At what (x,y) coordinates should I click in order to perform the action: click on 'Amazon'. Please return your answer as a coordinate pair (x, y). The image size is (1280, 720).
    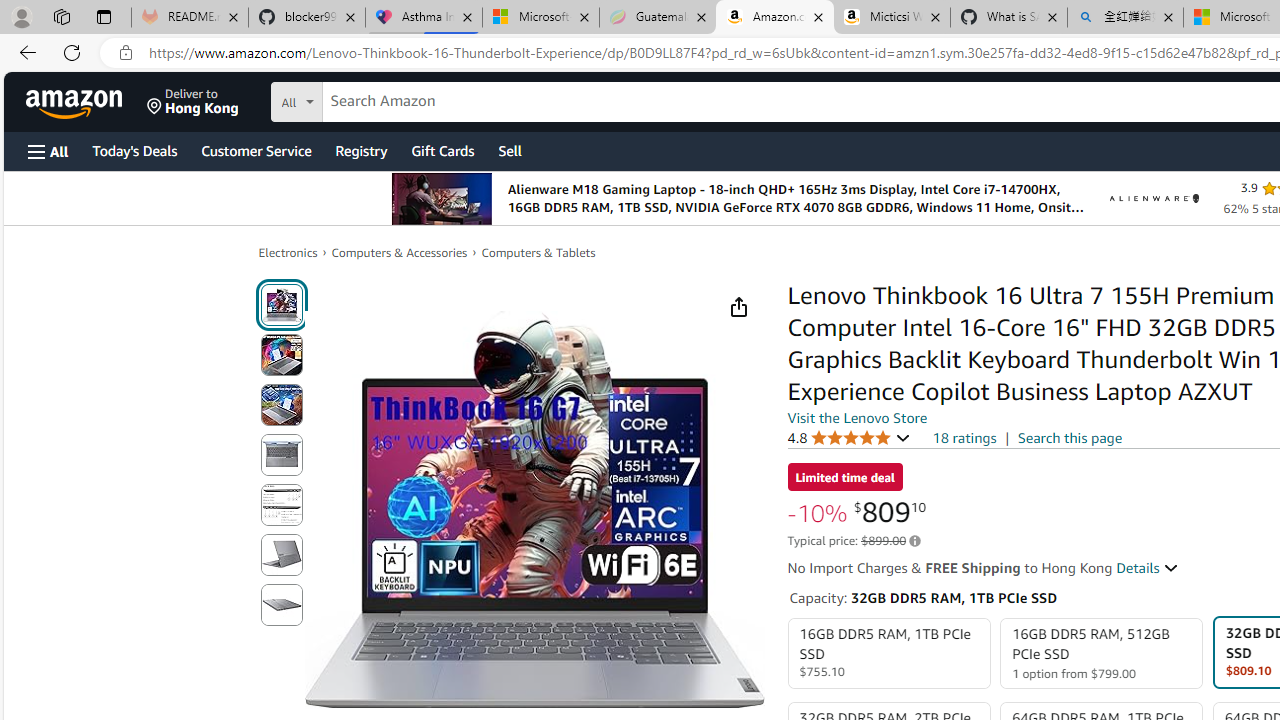
    Looking at the image, I should click on (76, 101).